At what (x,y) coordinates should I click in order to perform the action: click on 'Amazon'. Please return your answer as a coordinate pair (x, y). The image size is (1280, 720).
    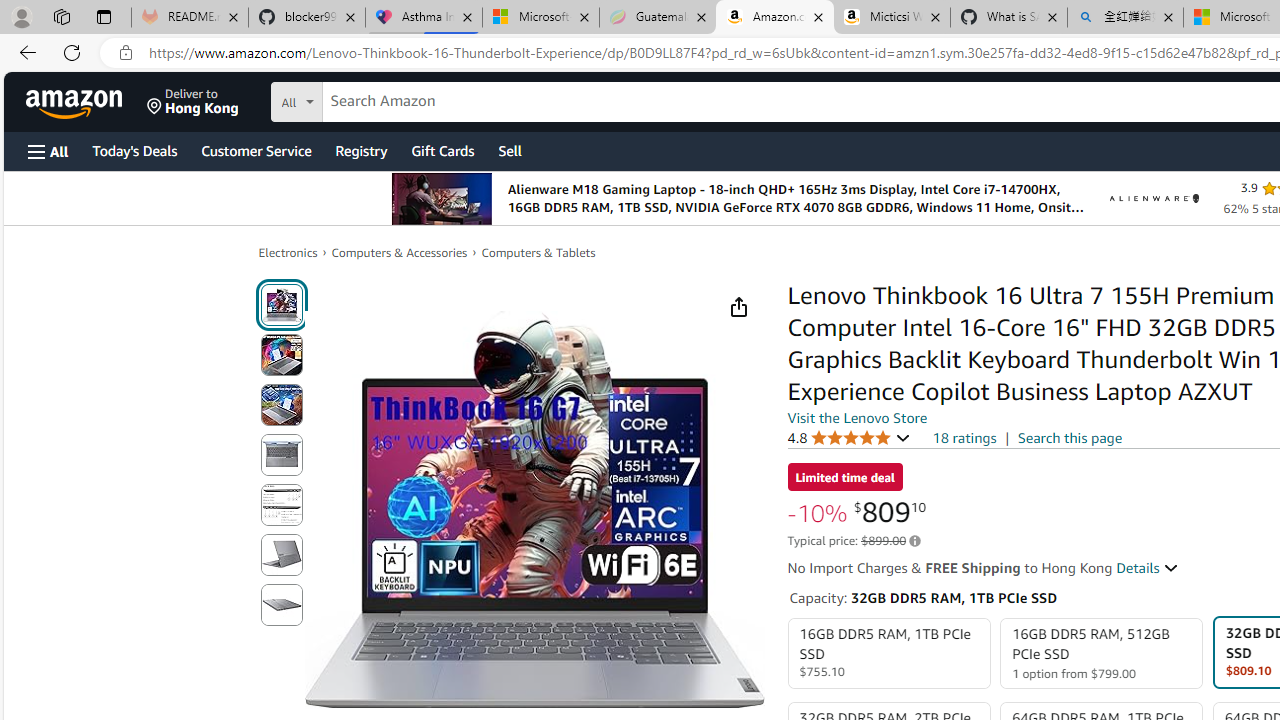
    Looking at the image, I should click on (76, 101).